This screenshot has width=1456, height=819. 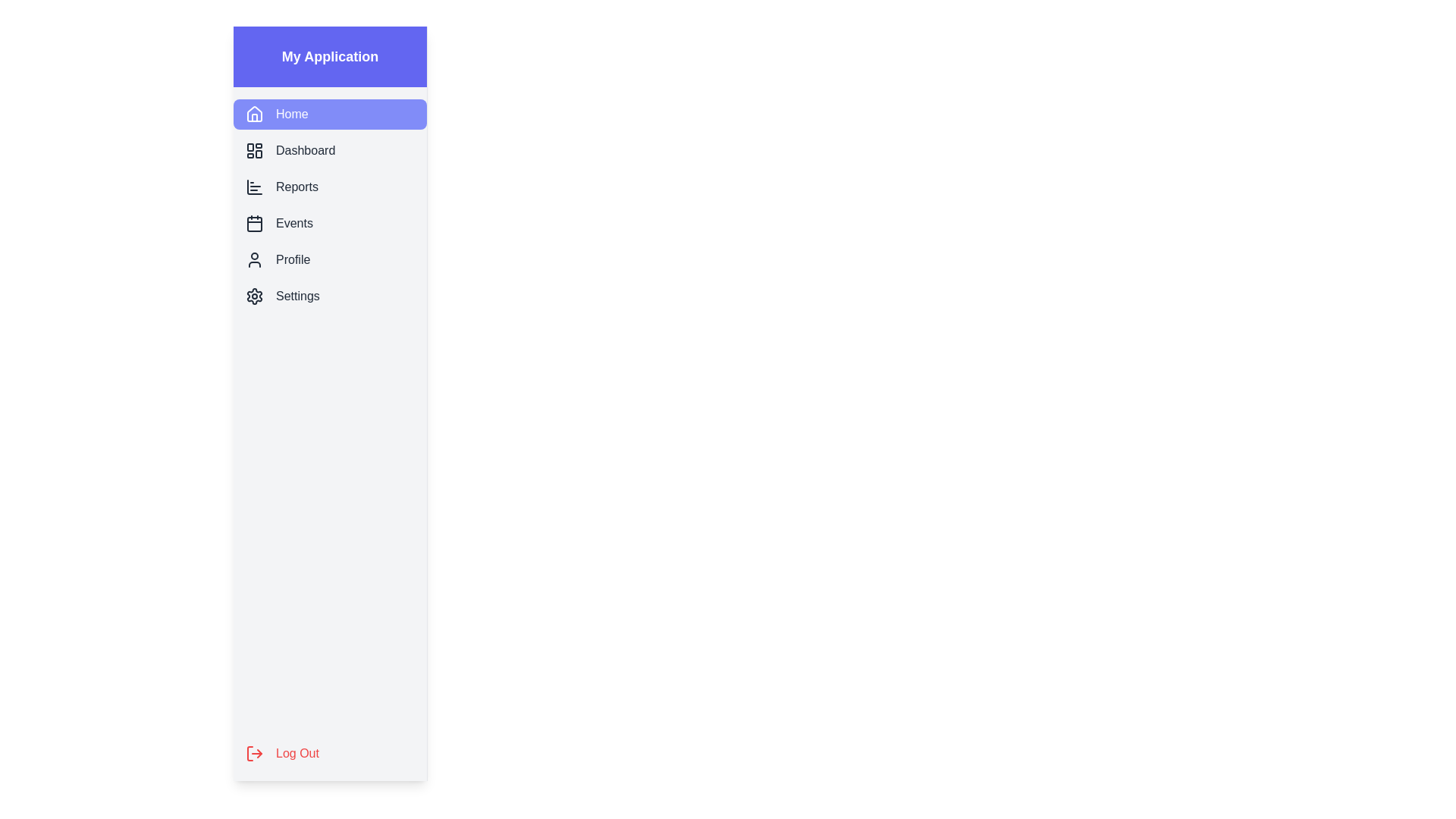 What do you see at coordinates (294, 223) in the screenshot?
I see `the 'Events' text label in the vertical navigation menu, which is the fourth entry below 'Reports' and above 'Profile'` at bounding box center [294, 223].